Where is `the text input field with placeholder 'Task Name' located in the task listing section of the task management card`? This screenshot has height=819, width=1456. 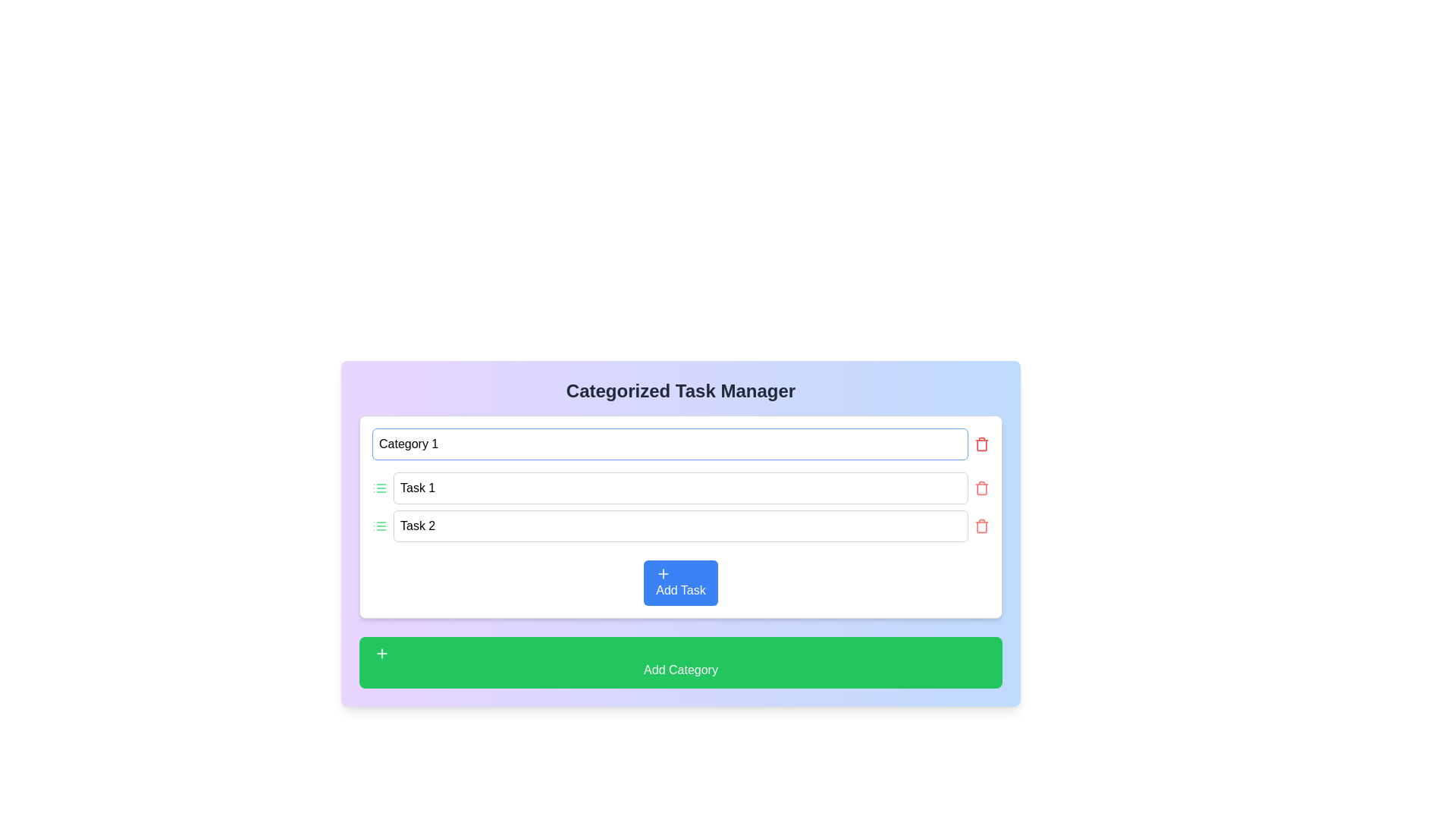 the text input field with placeholder 'Task Name' located in the task listing section of the task management card is located at coordinates (679, 507).